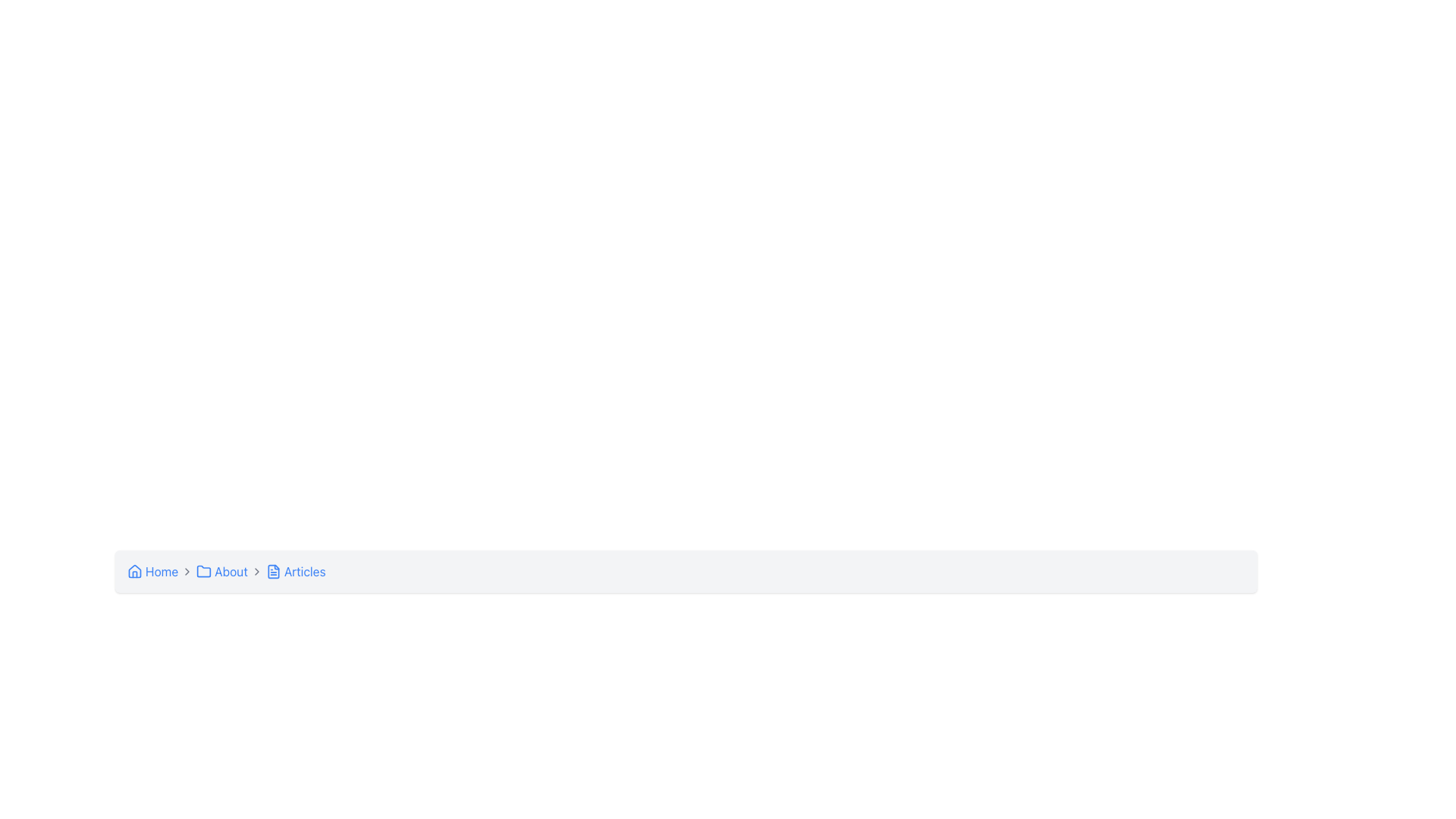  What do you see at coordinates (152, 571) in the screenshot?
I see `the first interactive item` at bounding box center [152, 571].